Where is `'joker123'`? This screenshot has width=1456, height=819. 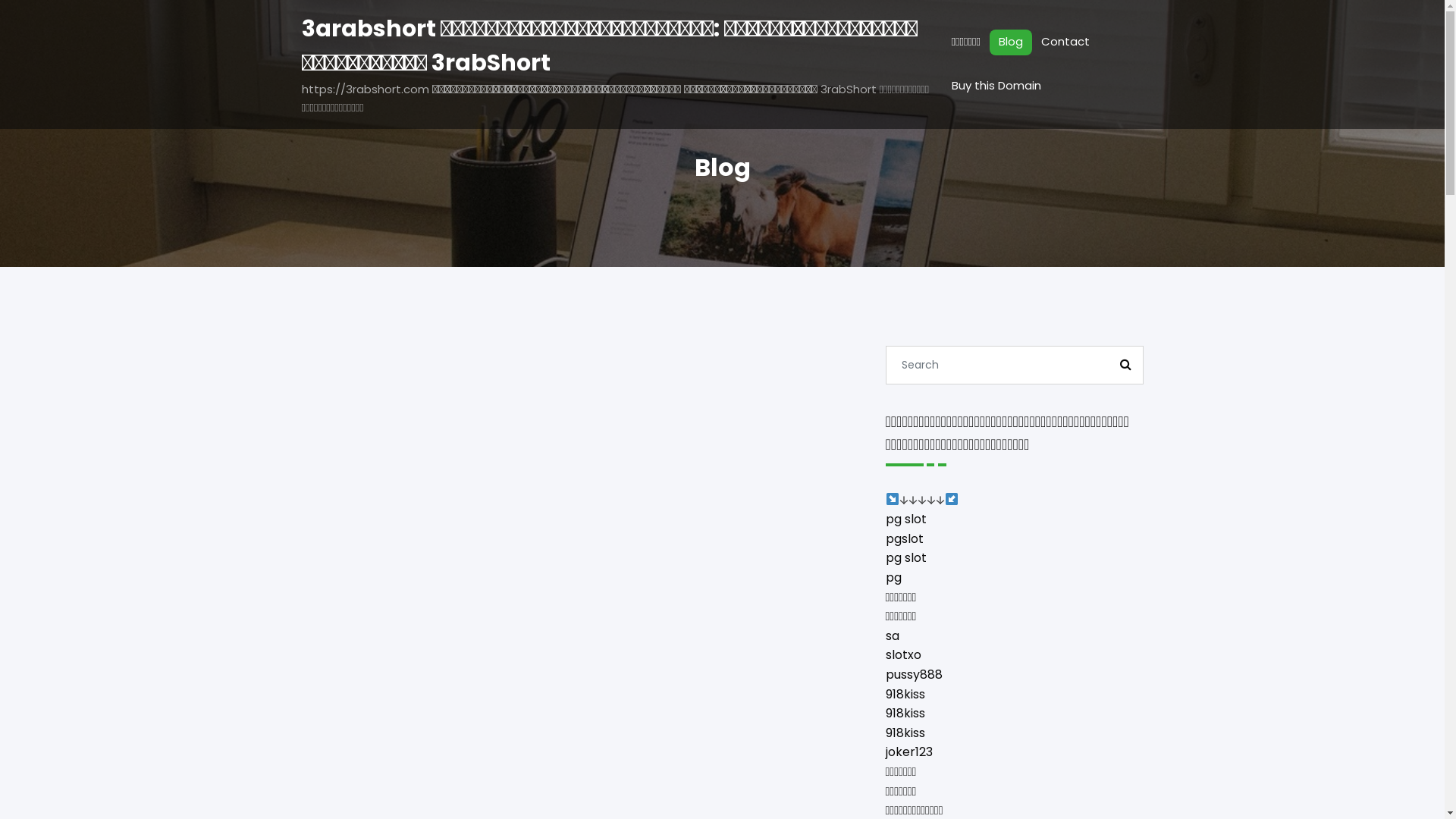 'joker123' is located at coordinates (885, 752).